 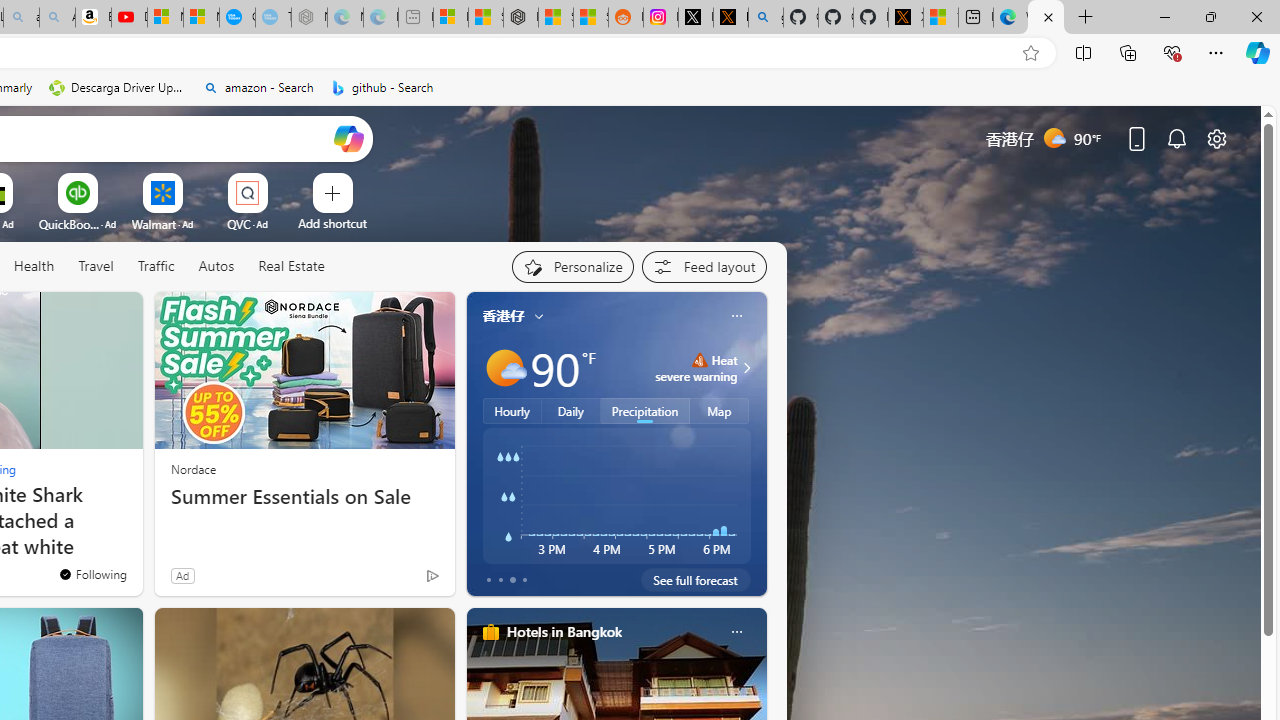 I want to click on 'Amazon Echo Dot PNG - Search Images - Sleeping', so click(x=57, y=17).